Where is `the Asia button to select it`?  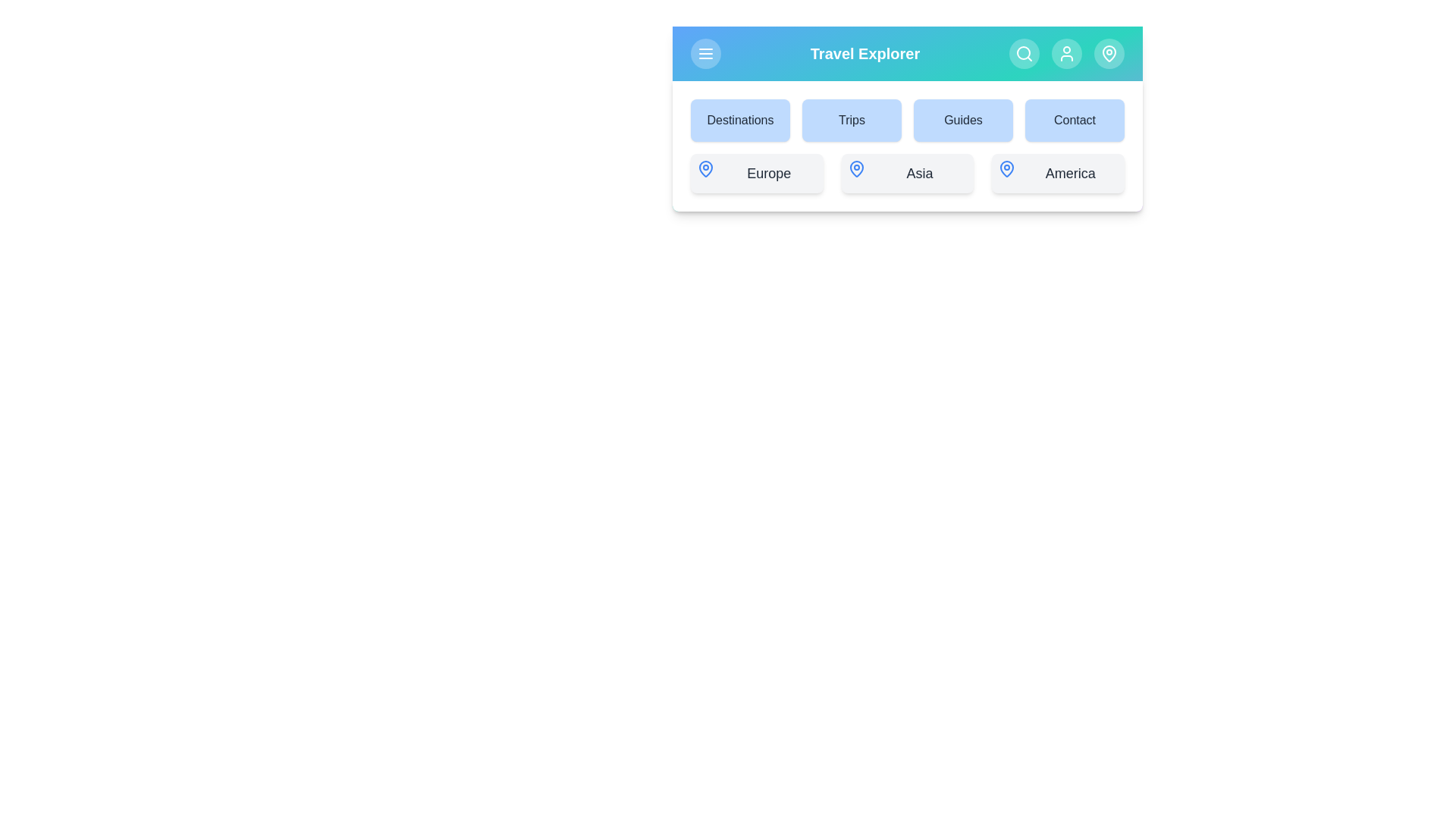
the Asia button to select it is located at coordinates (907, 172).